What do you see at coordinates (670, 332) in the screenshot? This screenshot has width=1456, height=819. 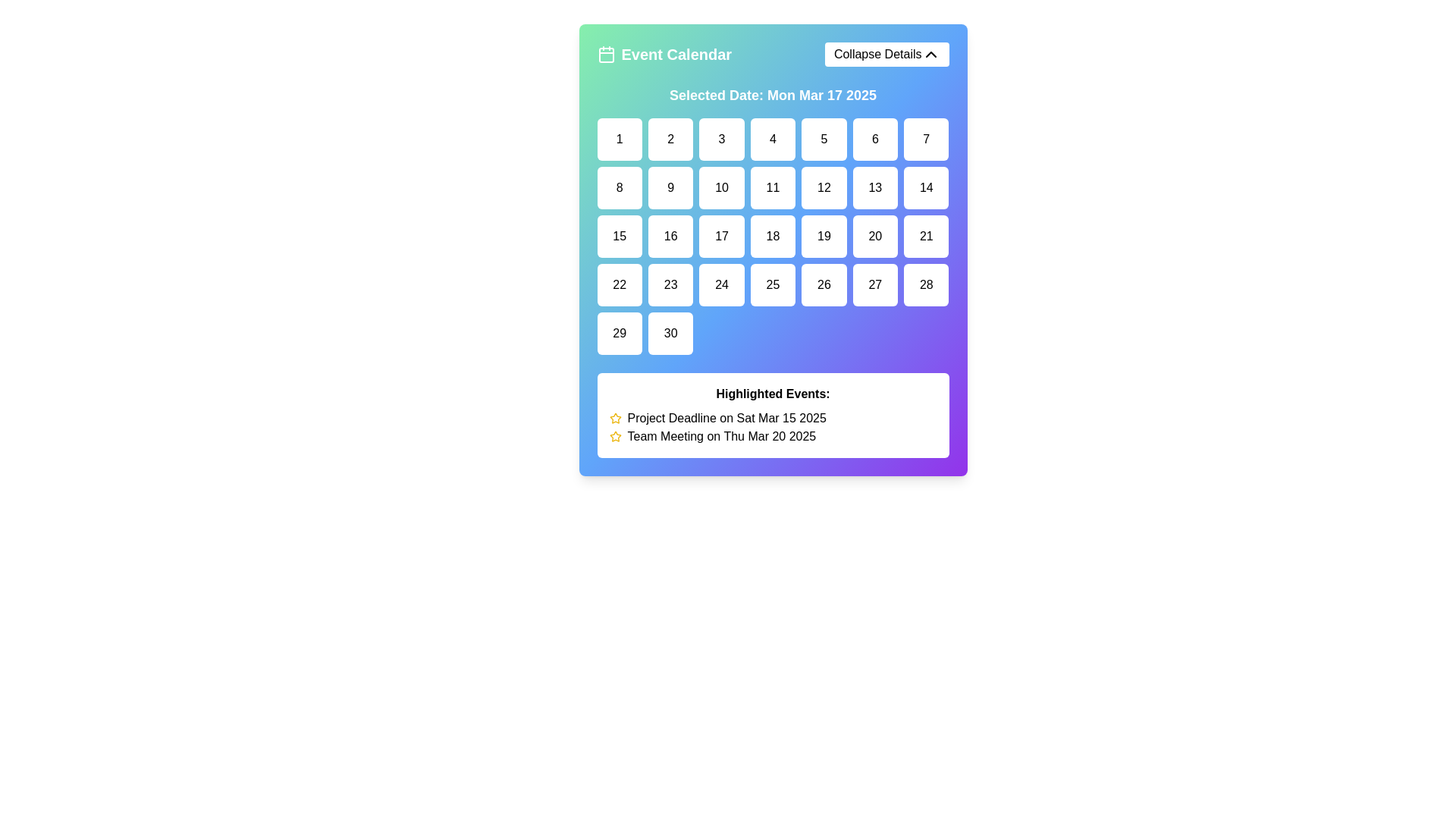 I see `the button representing day 30 in the calendar` at bounding box center [670, 332].